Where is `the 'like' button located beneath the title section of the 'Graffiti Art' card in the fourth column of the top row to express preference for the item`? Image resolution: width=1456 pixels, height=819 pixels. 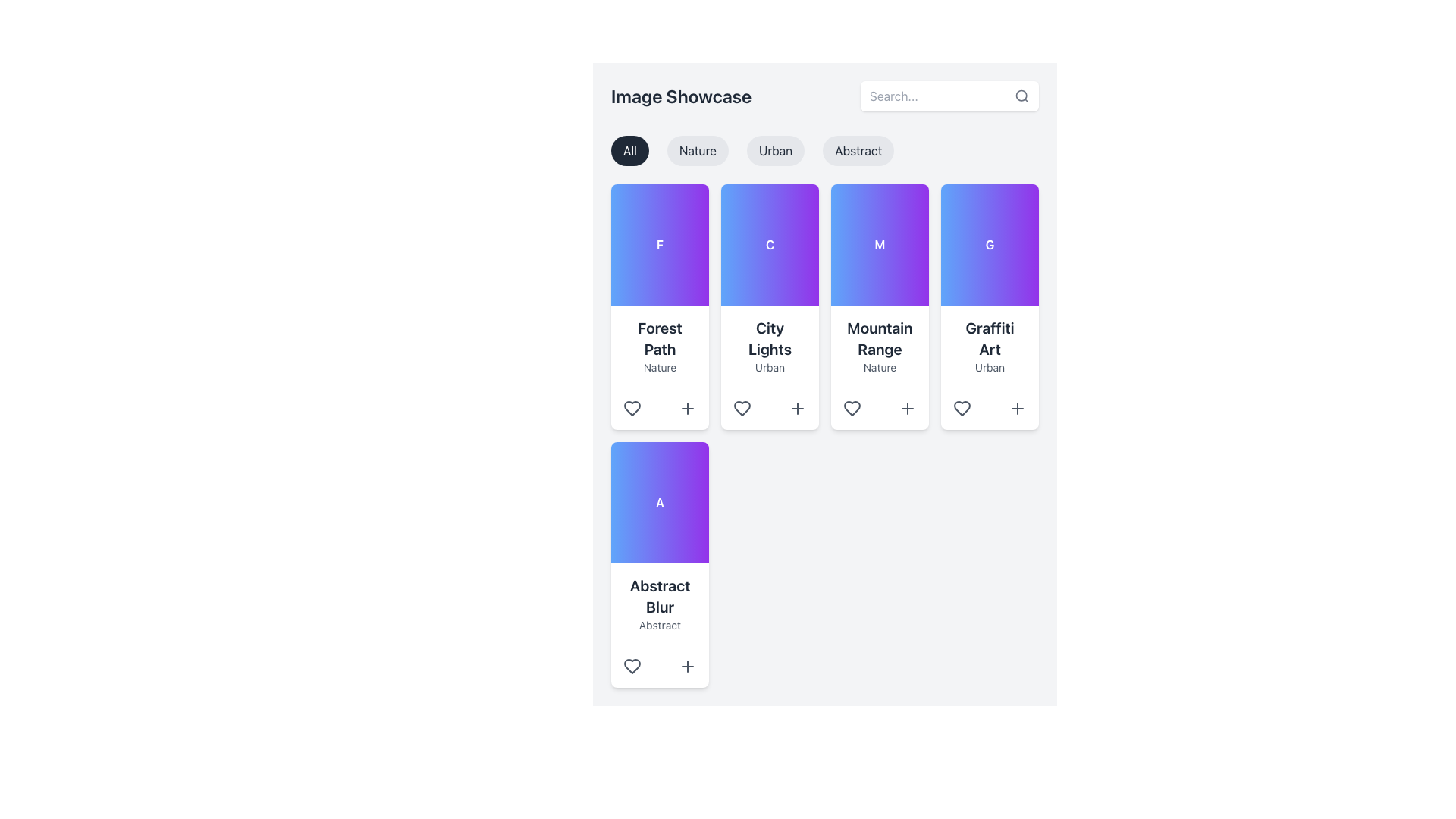 the 'like' button located beneath the title section of the 'Graffiti Art' card in the fourth column of the top row to express preference for the item is located at coordinates (961, 408).